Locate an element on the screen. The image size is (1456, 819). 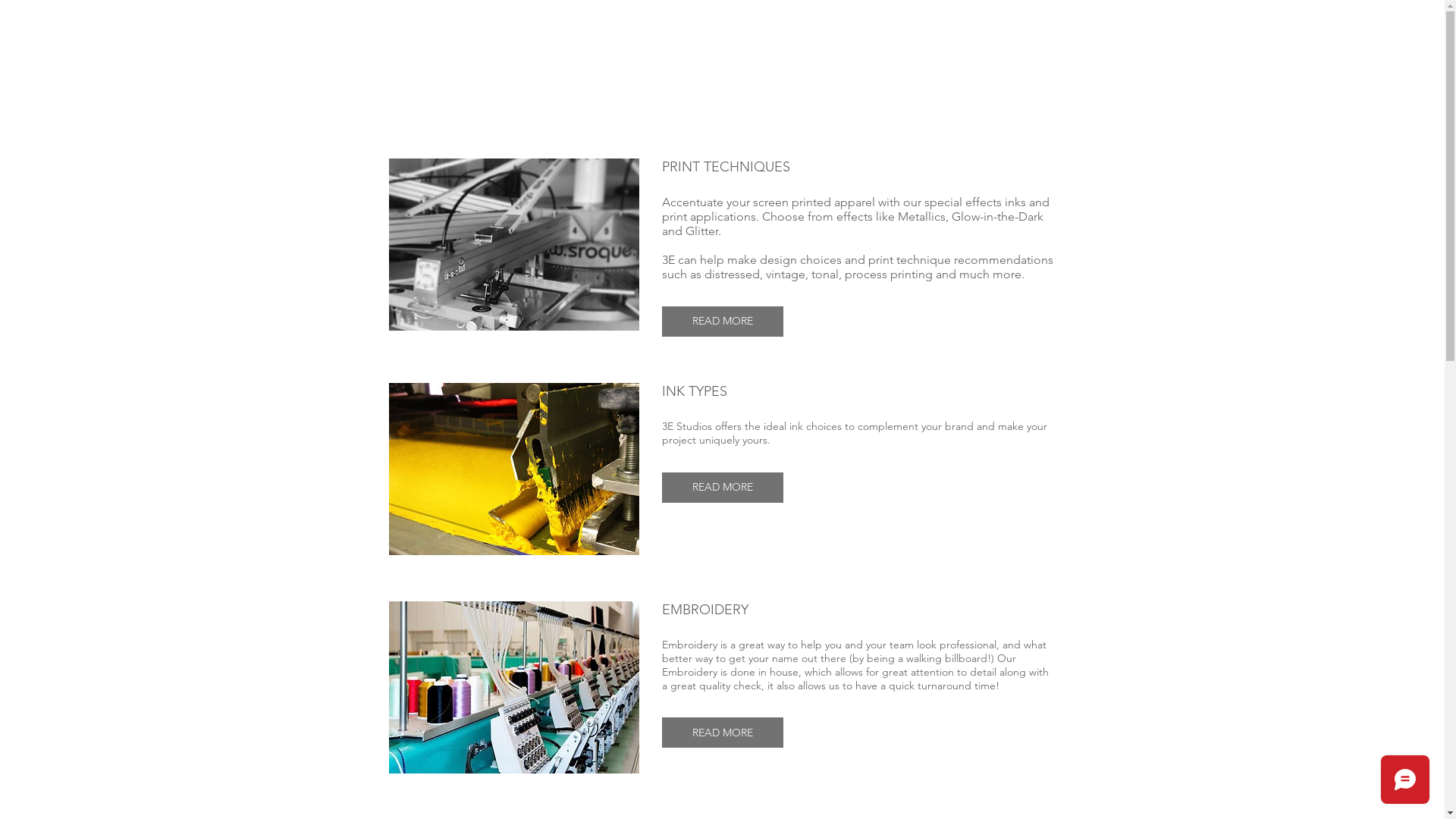
'READ MORE' is located at coordinates (720, 321).